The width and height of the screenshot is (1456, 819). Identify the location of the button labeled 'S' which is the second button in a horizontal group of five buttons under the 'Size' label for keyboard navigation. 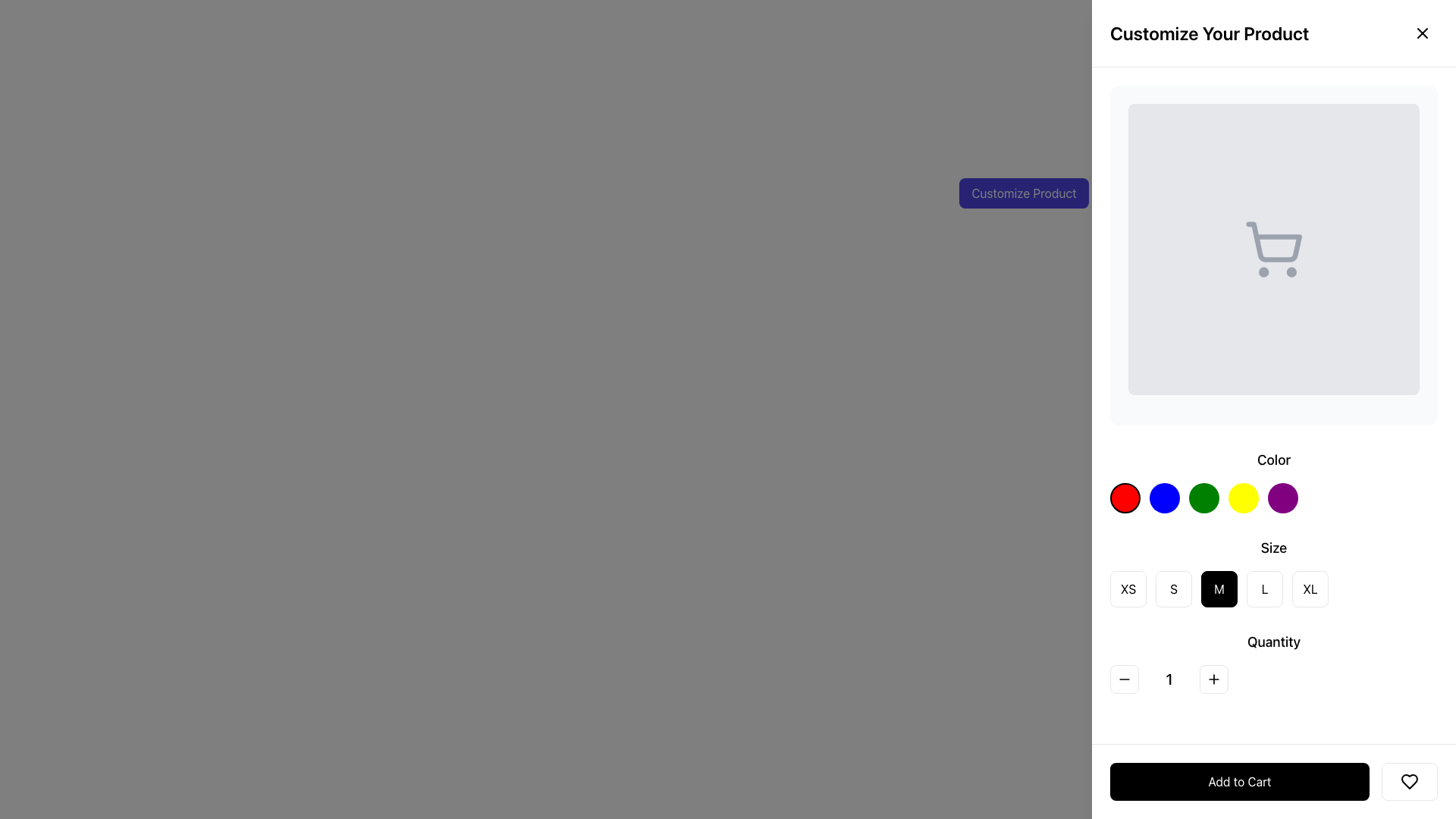
(1173, 588).